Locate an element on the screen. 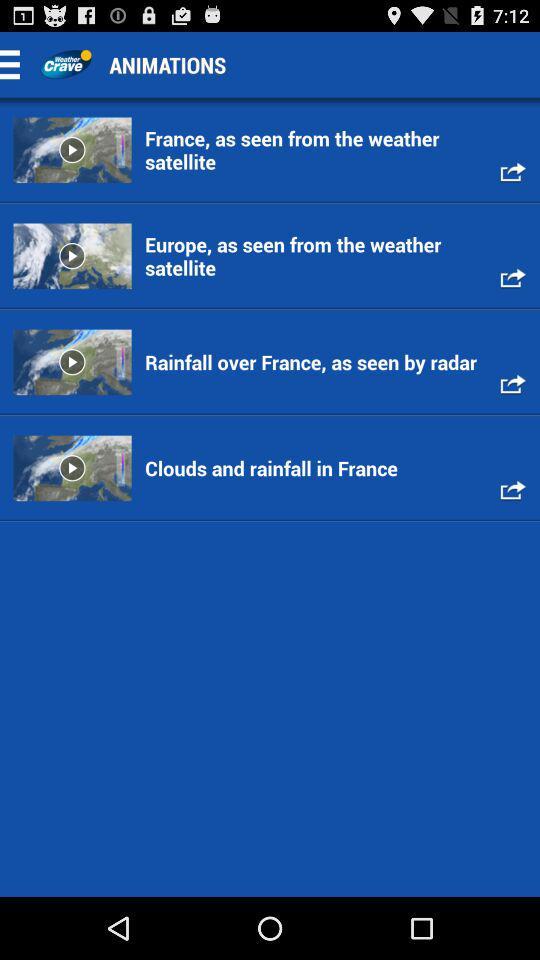 The width and height of the screenshot is (540, 960). bring up a user is located at coordinates (65, 64).